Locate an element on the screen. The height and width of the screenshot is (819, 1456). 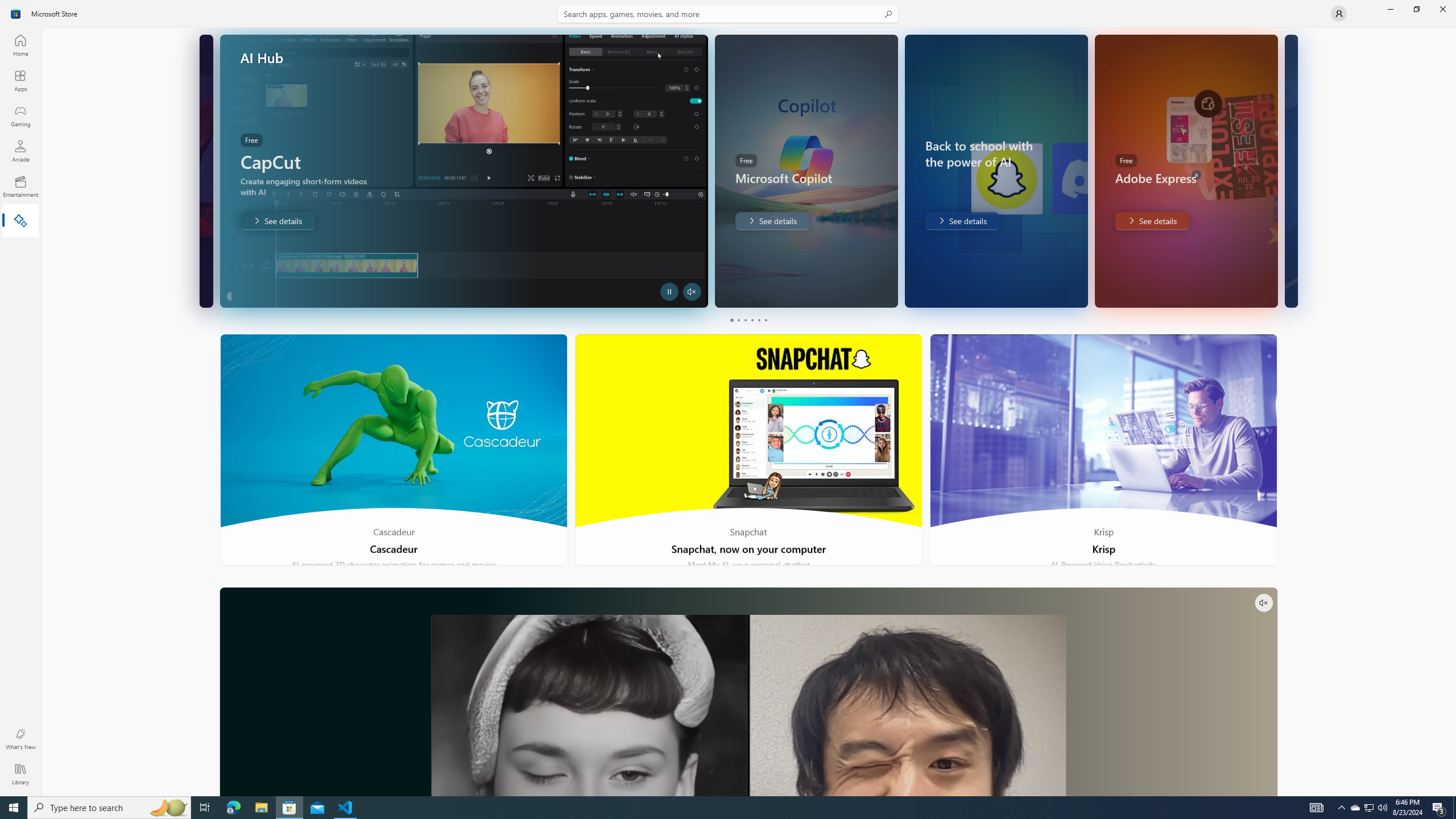
'Class: Image' is located at coordinates (16, 13).